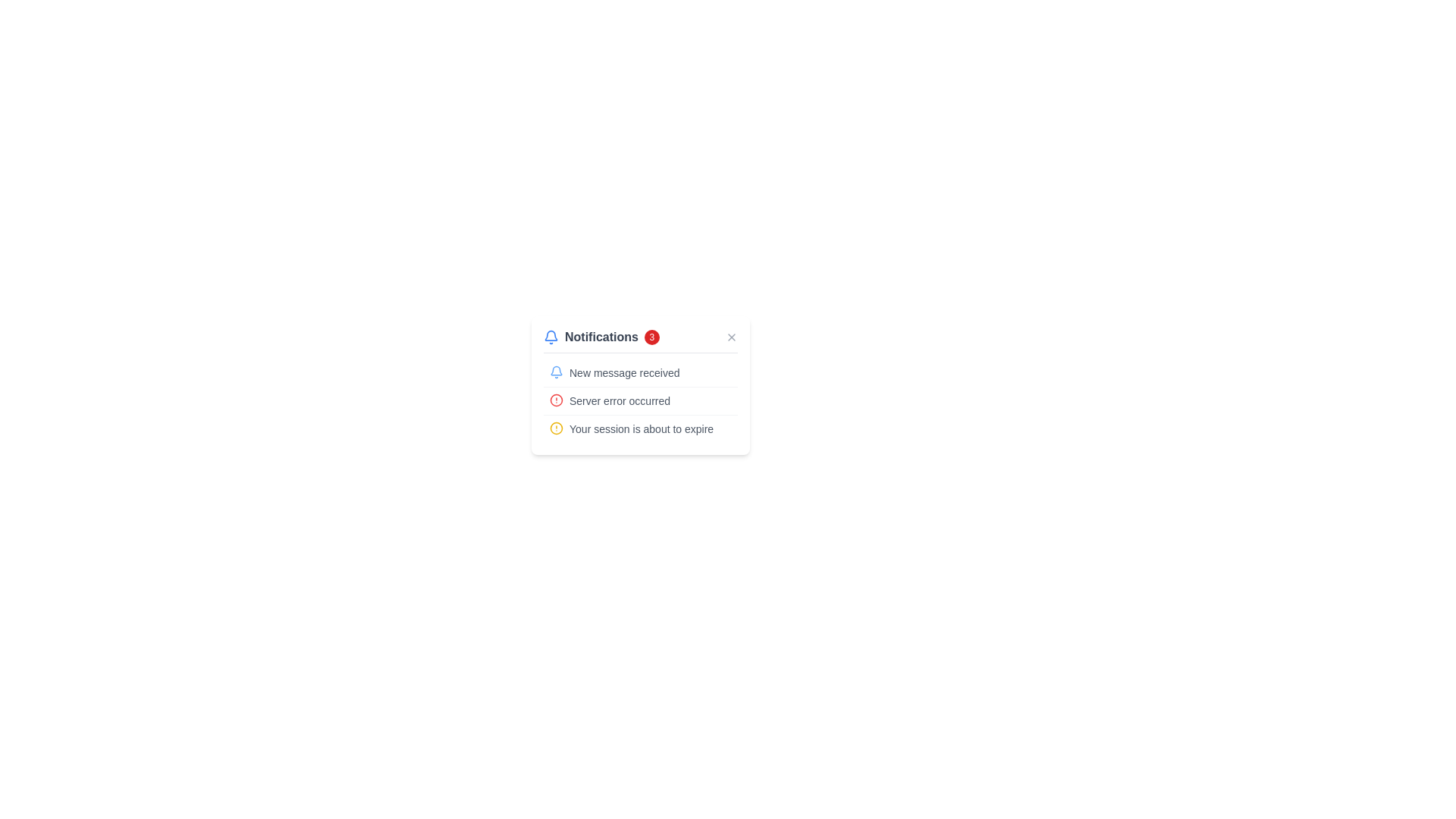 The image size is (1456, 819). What do you see at coordinates (731, 336) in the screenshot?
I see `the close button located at the top-right corner of the notification panel` at bounding box center [731, 336].